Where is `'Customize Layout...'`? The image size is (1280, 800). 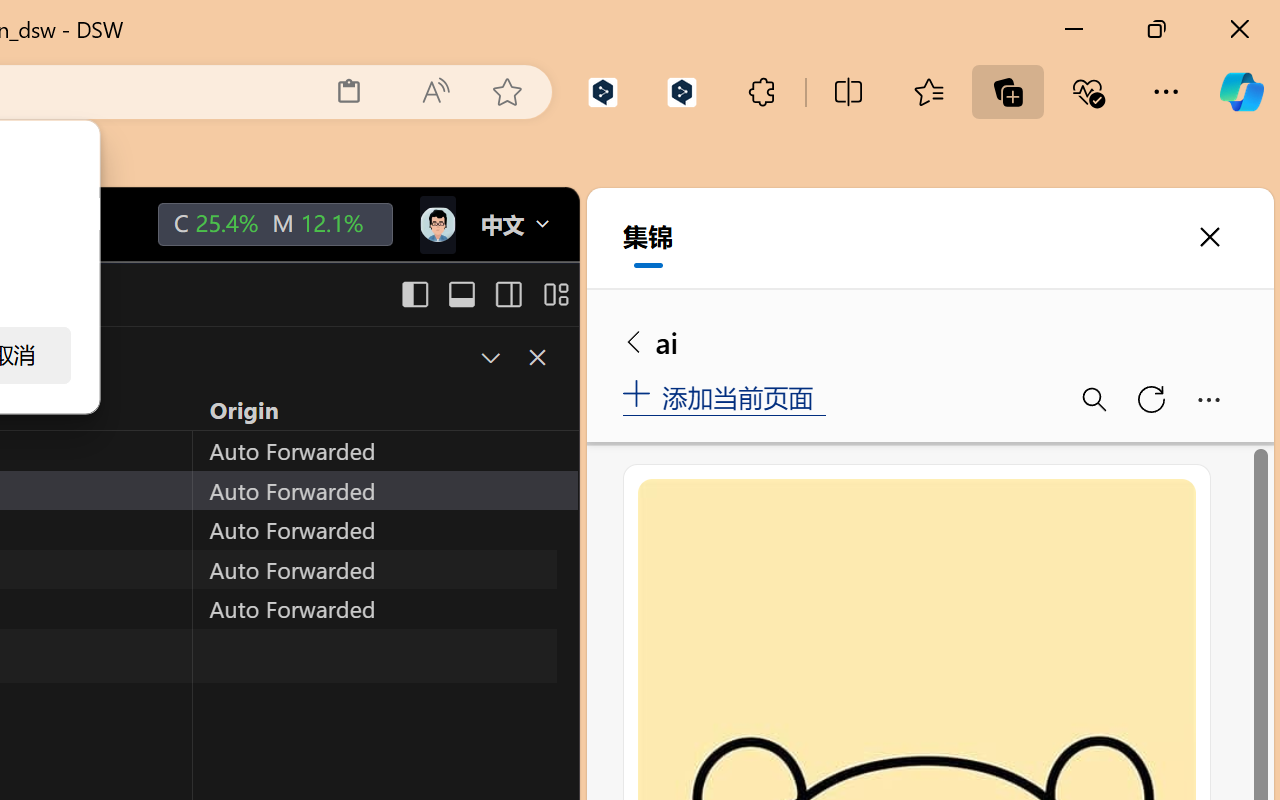 'Customize Layout...' is located at coordinates (554, 294).